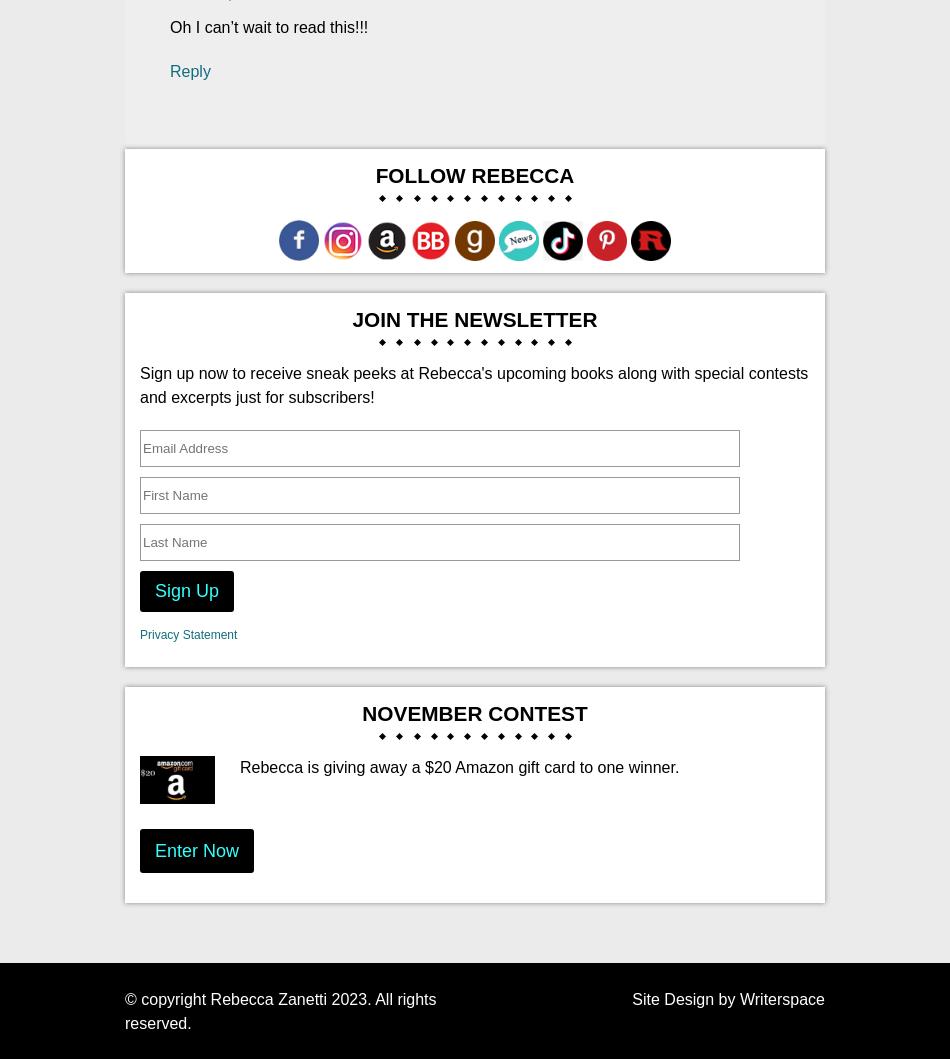 This screenshot has width=950, height=1059. What do you see at coordinates (268, 27) in the screenshot?
I see `'Oh I can’t wait to read this!!!'` at bounding box center [268, 27].